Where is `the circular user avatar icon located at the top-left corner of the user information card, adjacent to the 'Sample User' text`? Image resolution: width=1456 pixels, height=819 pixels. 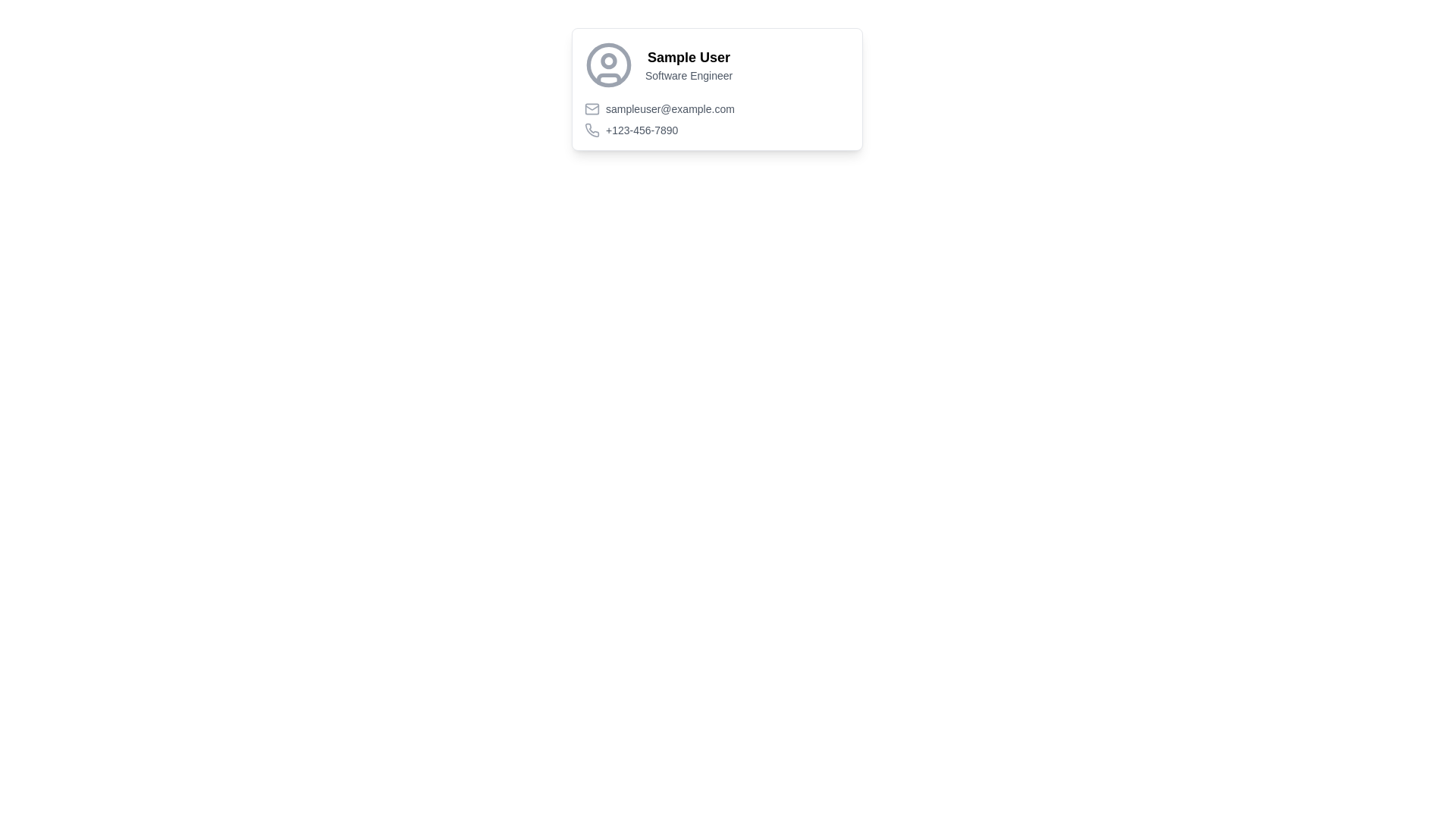
the circular user avatar icon located at the top-left corner of the user information card, adjacent to the 'Sample User' text is located at coordinates (608, 64).